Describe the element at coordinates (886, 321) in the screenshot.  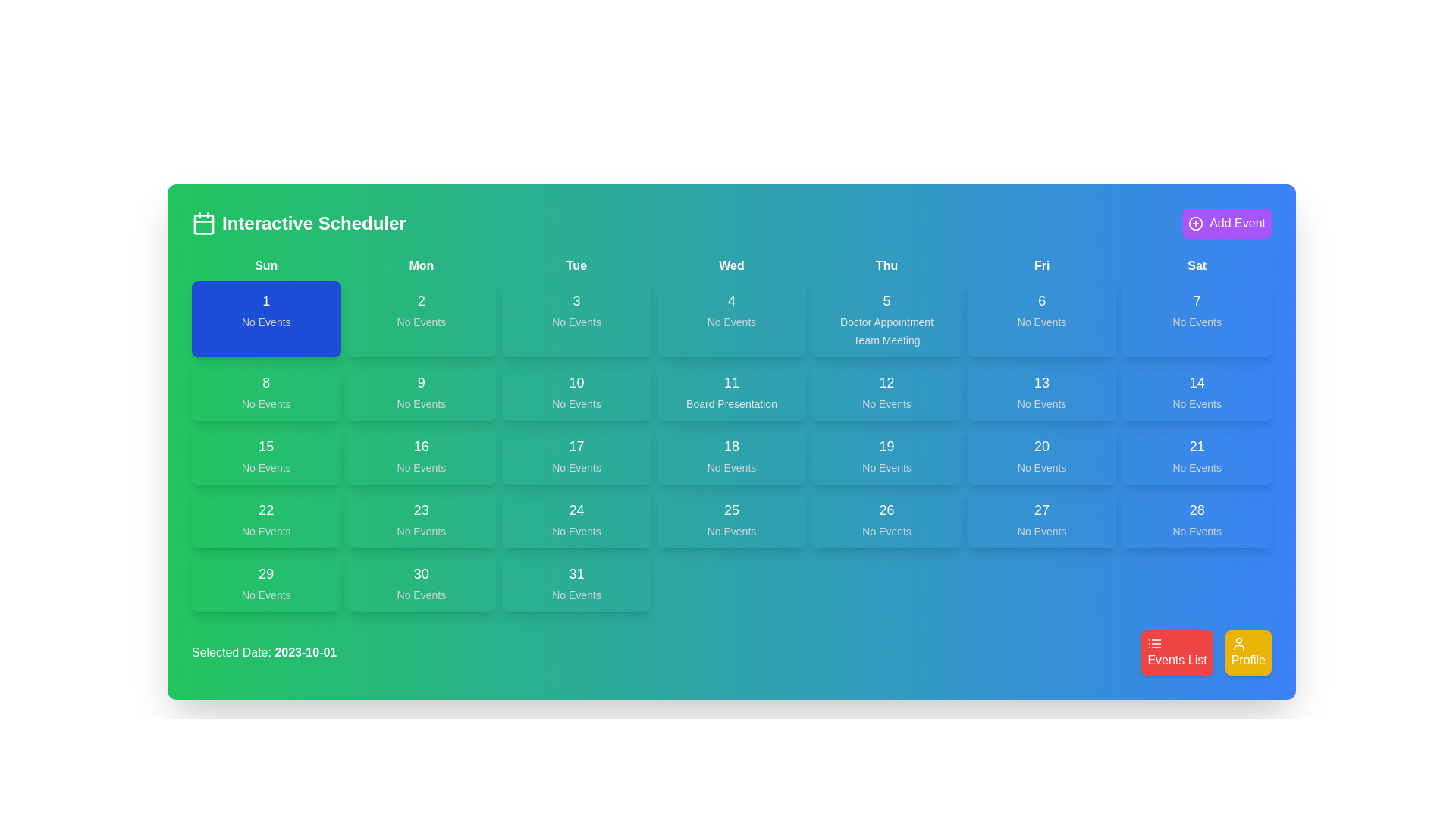
I see `displayed text of the 'Doctor Appointment' label located in the Thursday section of the calendar grid, positioned above the 'Team Meeting' label` at that location.